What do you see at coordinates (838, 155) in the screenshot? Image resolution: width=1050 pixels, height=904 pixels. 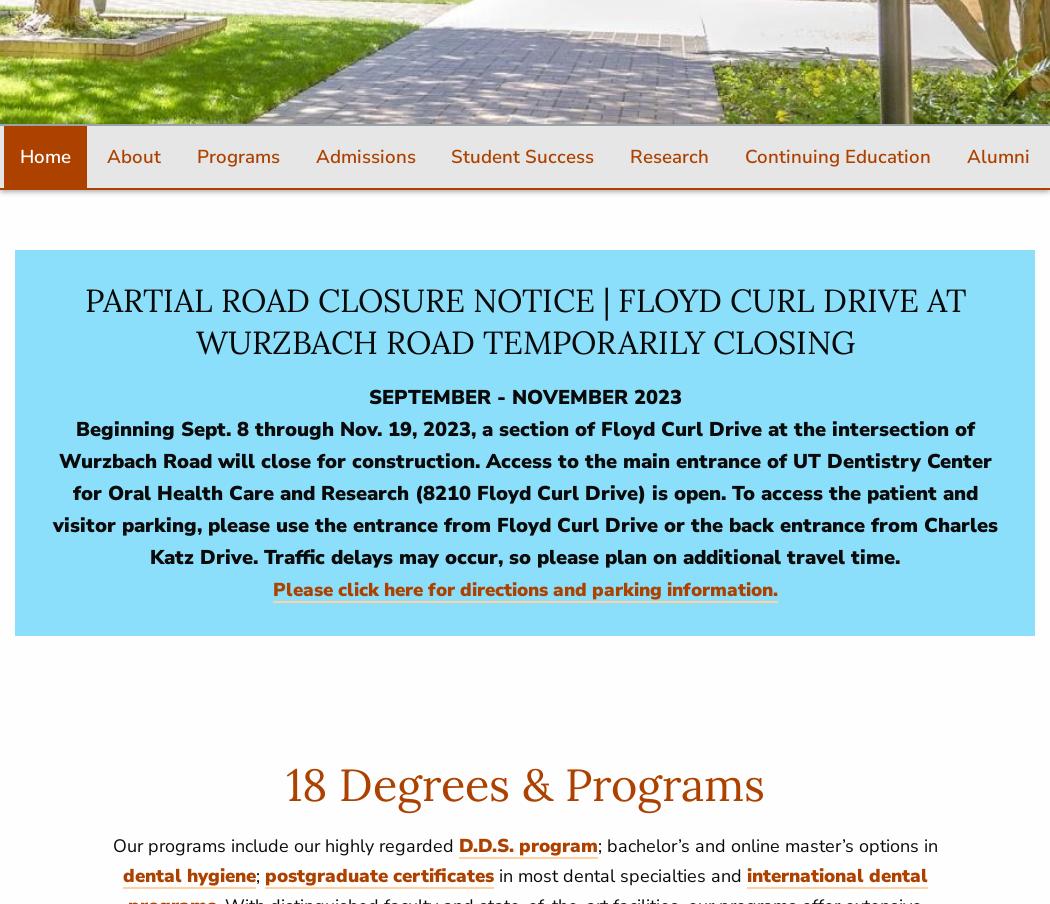 I see `'Continuing Education'` at bounding box center [838, 155].